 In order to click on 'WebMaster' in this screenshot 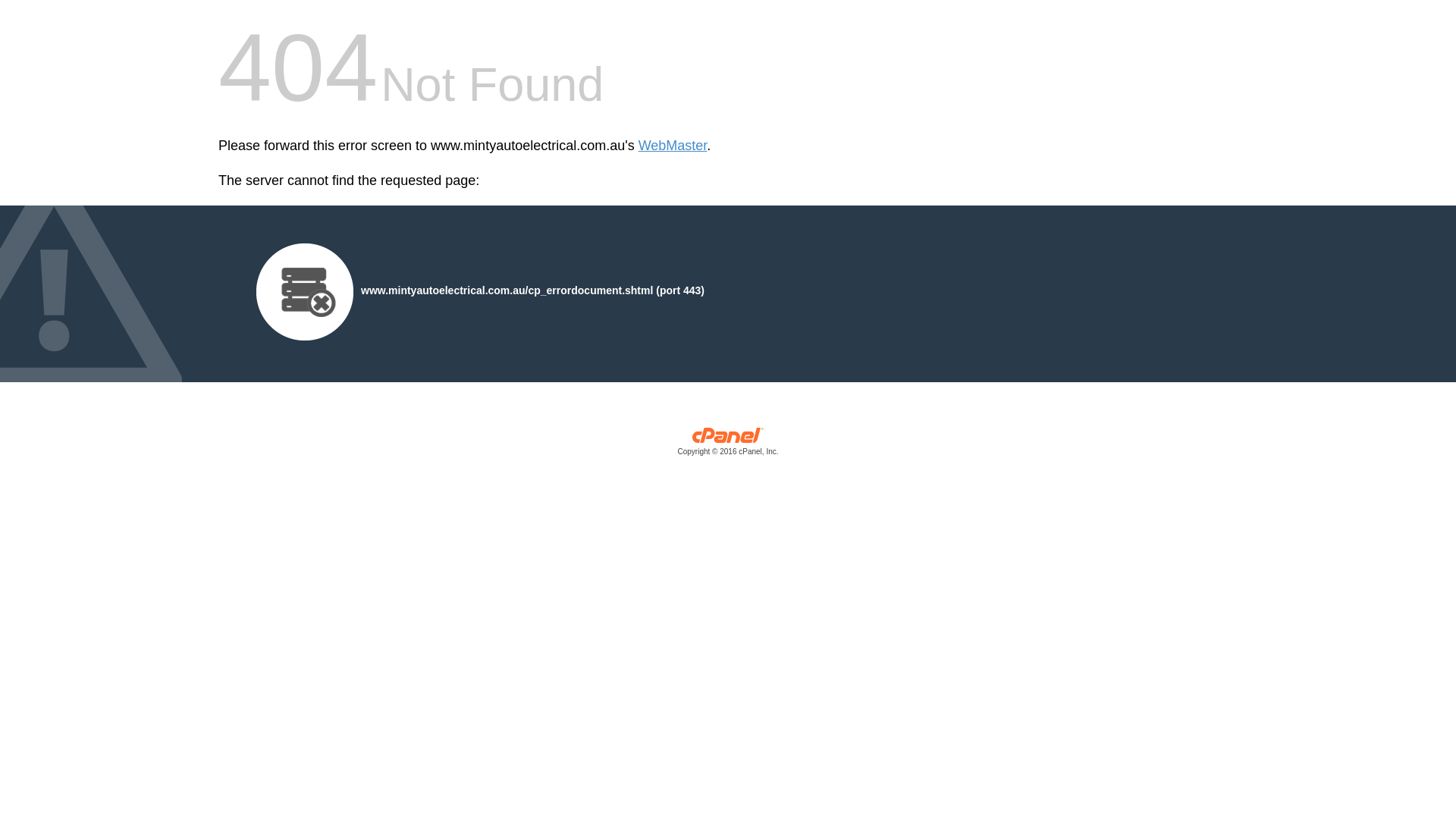, I will do `click(672, 146)`.